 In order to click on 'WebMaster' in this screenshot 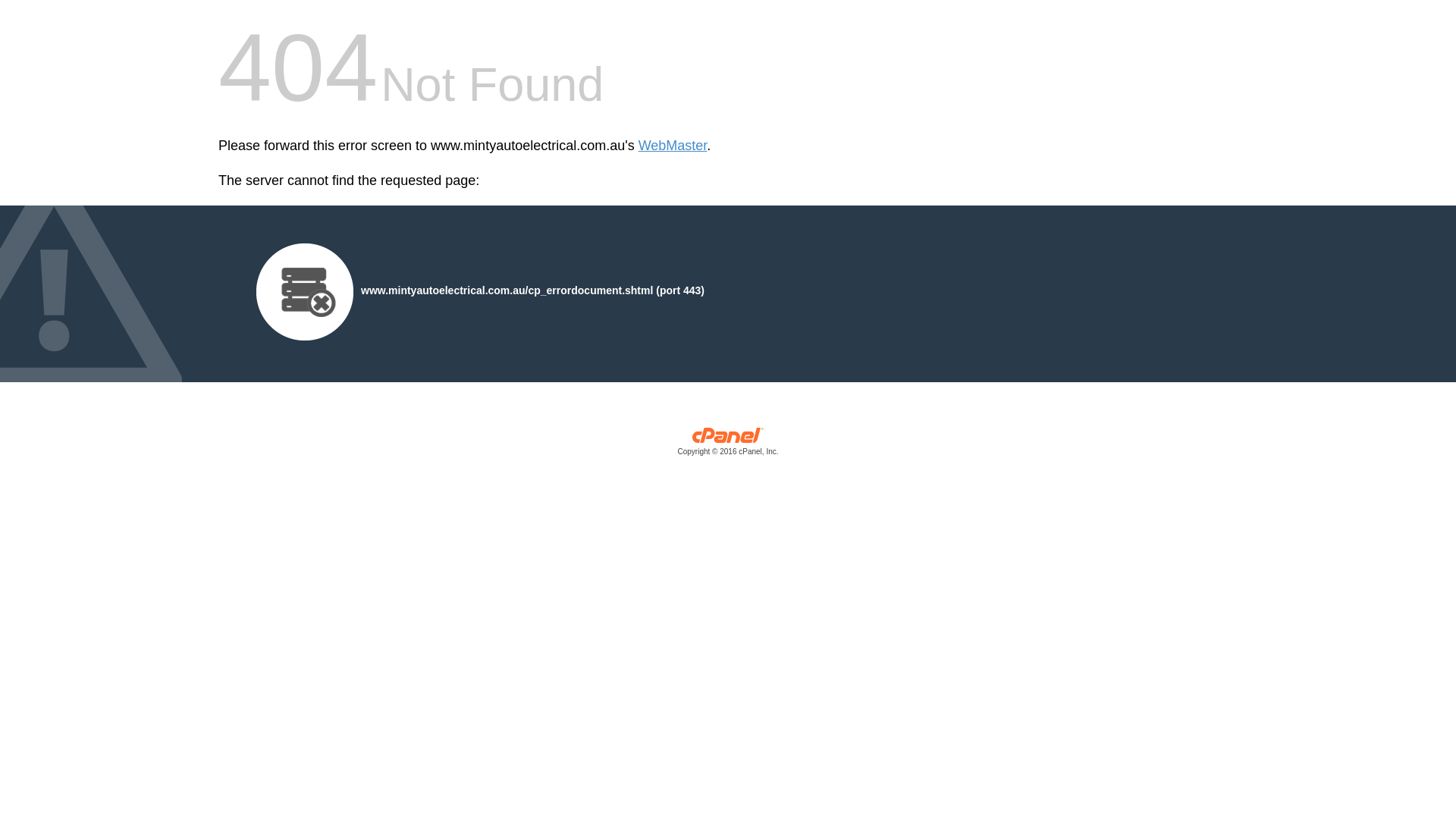, I will do `click(672, 146)`.